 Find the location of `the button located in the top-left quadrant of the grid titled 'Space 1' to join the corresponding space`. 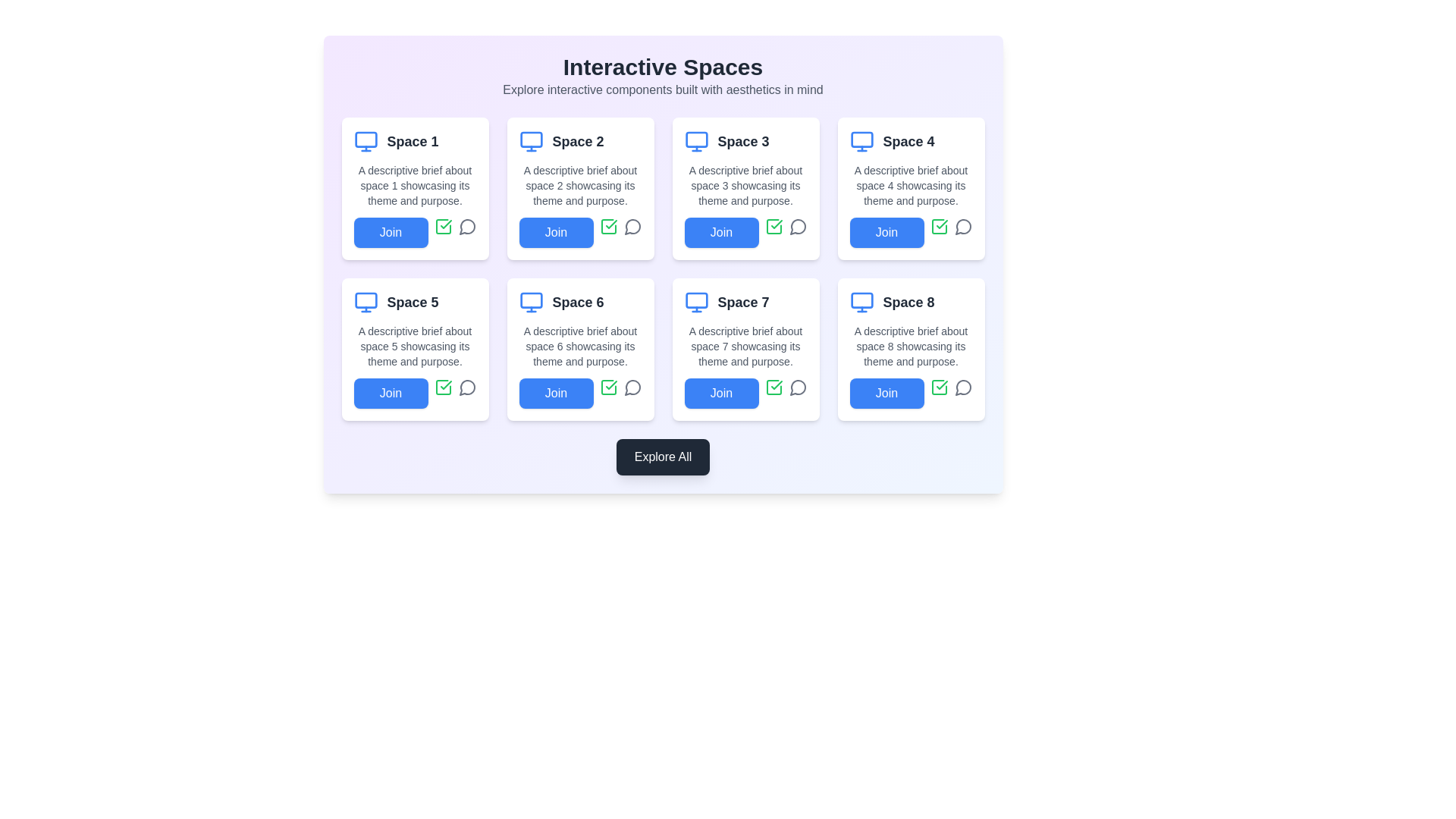

the button located in the top-left quadrant of the grid titled 'Space 1' to join the corresponding space is located at coordinates (391, 233).